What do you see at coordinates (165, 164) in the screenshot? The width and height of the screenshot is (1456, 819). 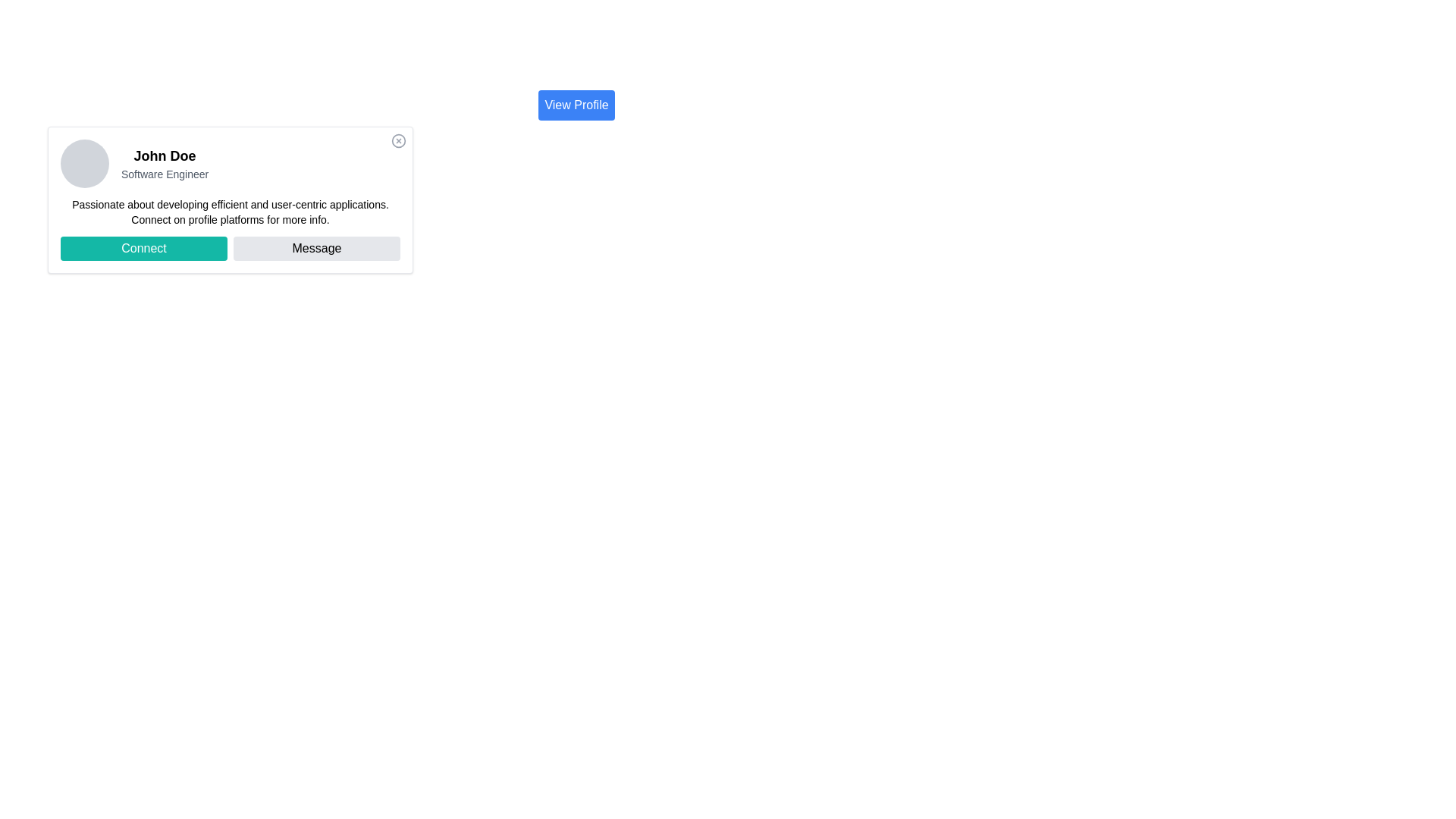 I see `the text display element that shows the user's name and occupation, located within a profile card to the right of the profile picture and above the description text and buttons` at bounding box center [165, 164].